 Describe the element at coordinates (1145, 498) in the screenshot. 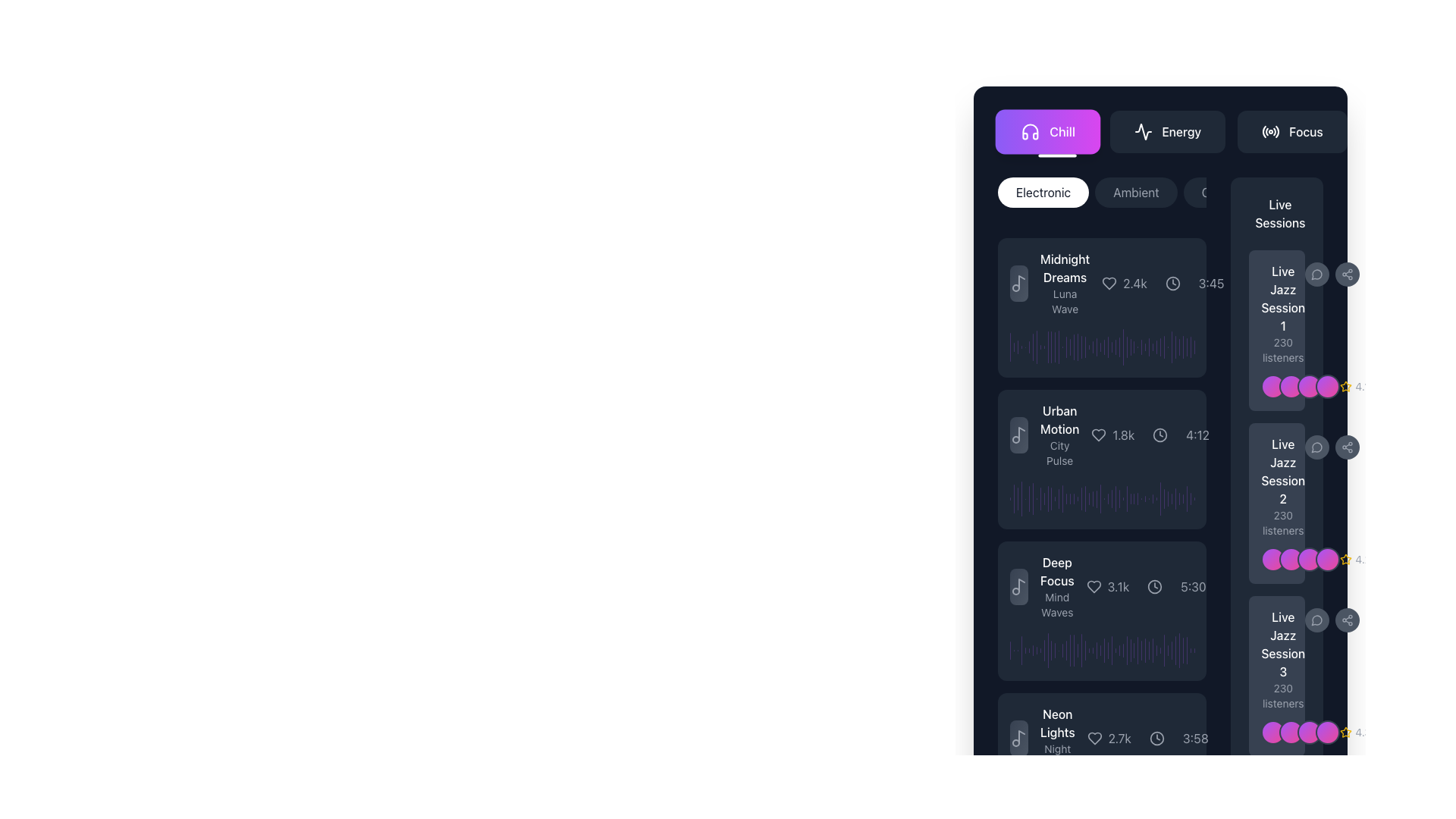

I see `the 34th visual indicator bar in the sequence of vertically aligned bars located at the bottom right of the interface` at that location.